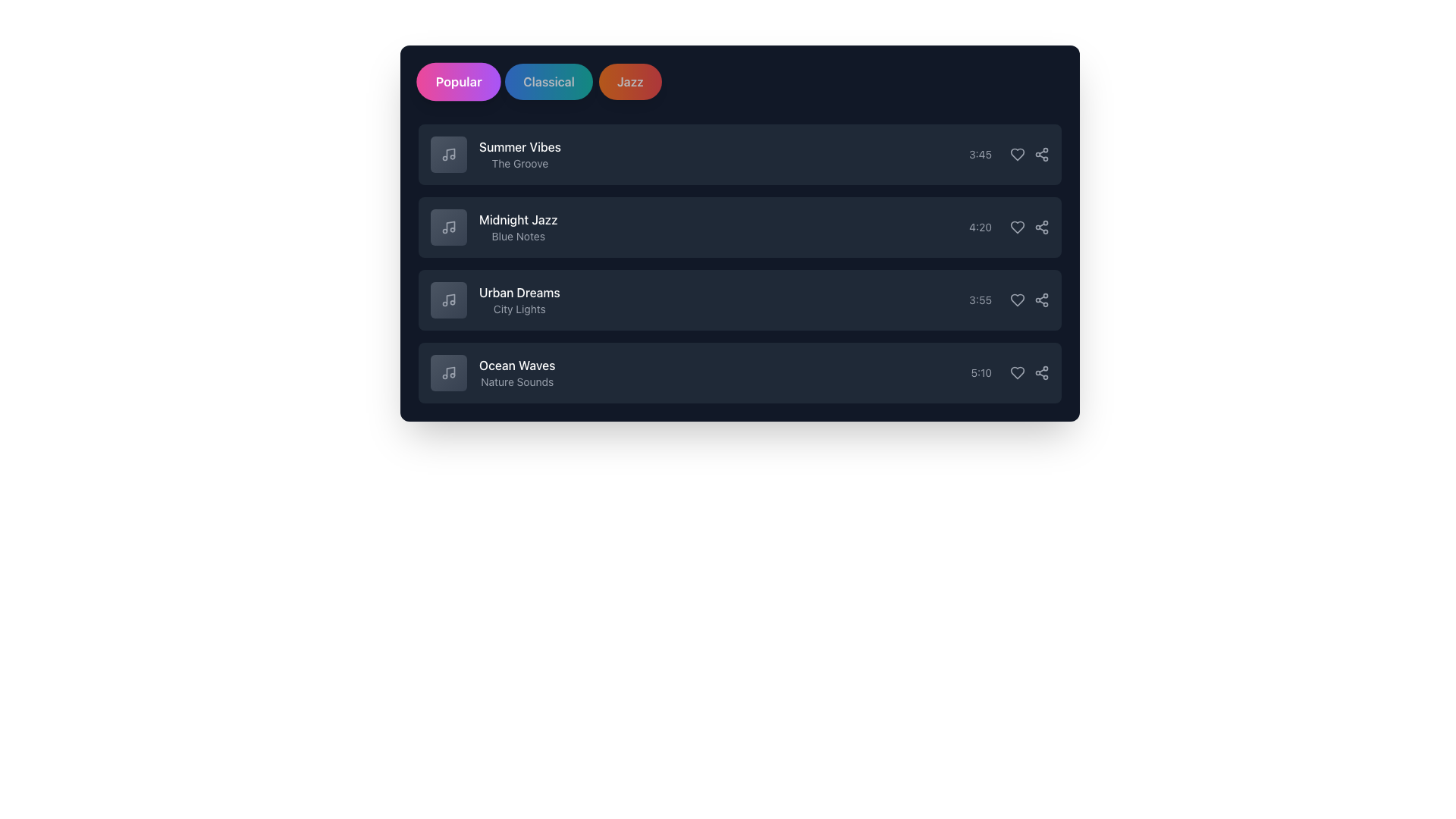 Image resolution: width=1456 pixels, height=819 pixels. Describe the element at coordinates (519, 300) in the screenshot. I see `the text display for 'Urban Dreams' which is the third item in the vertical list of entries` at that location.